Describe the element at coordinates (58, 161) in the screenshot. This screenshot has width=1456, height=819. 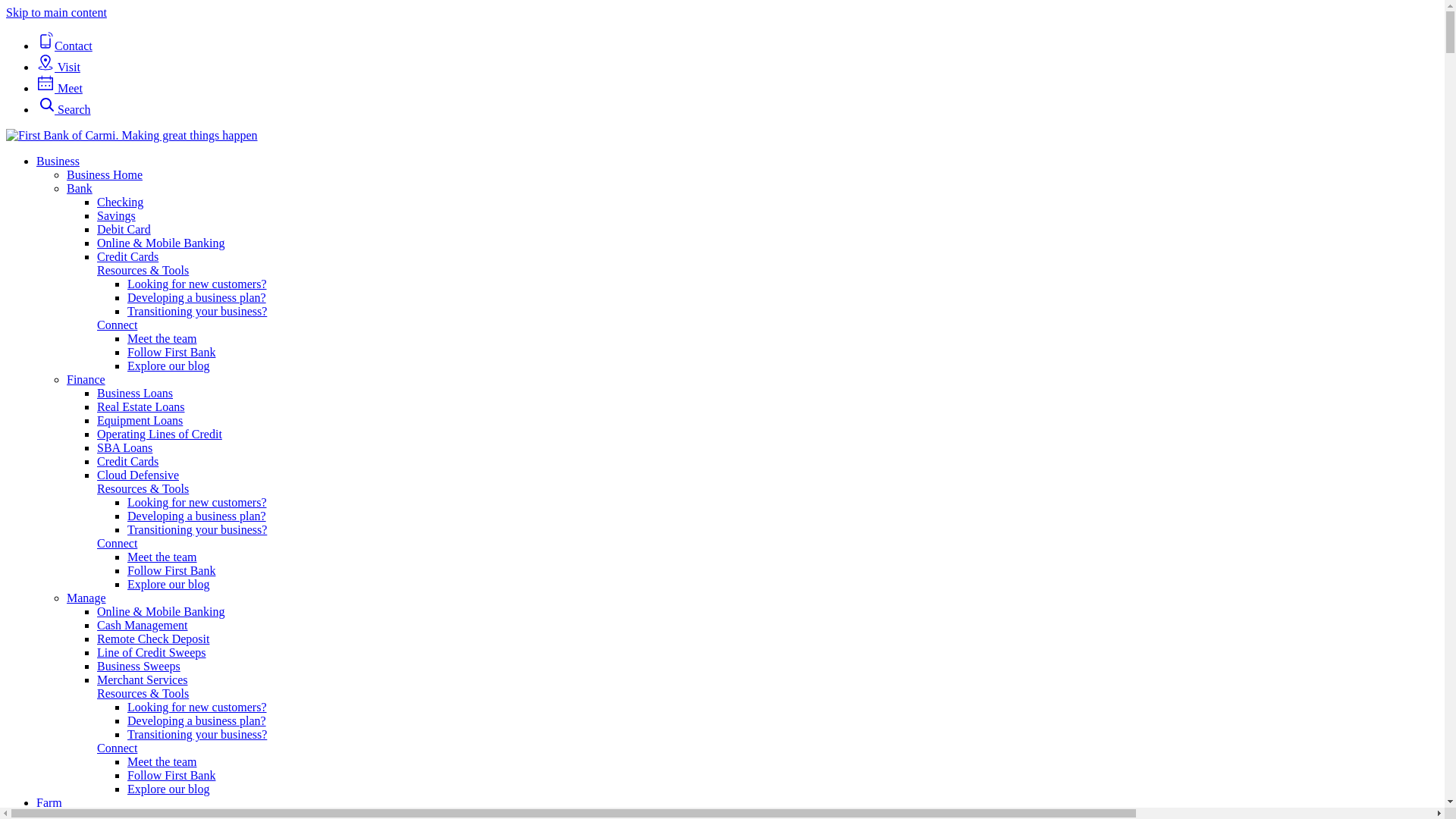
I see `'Business'` at that location.